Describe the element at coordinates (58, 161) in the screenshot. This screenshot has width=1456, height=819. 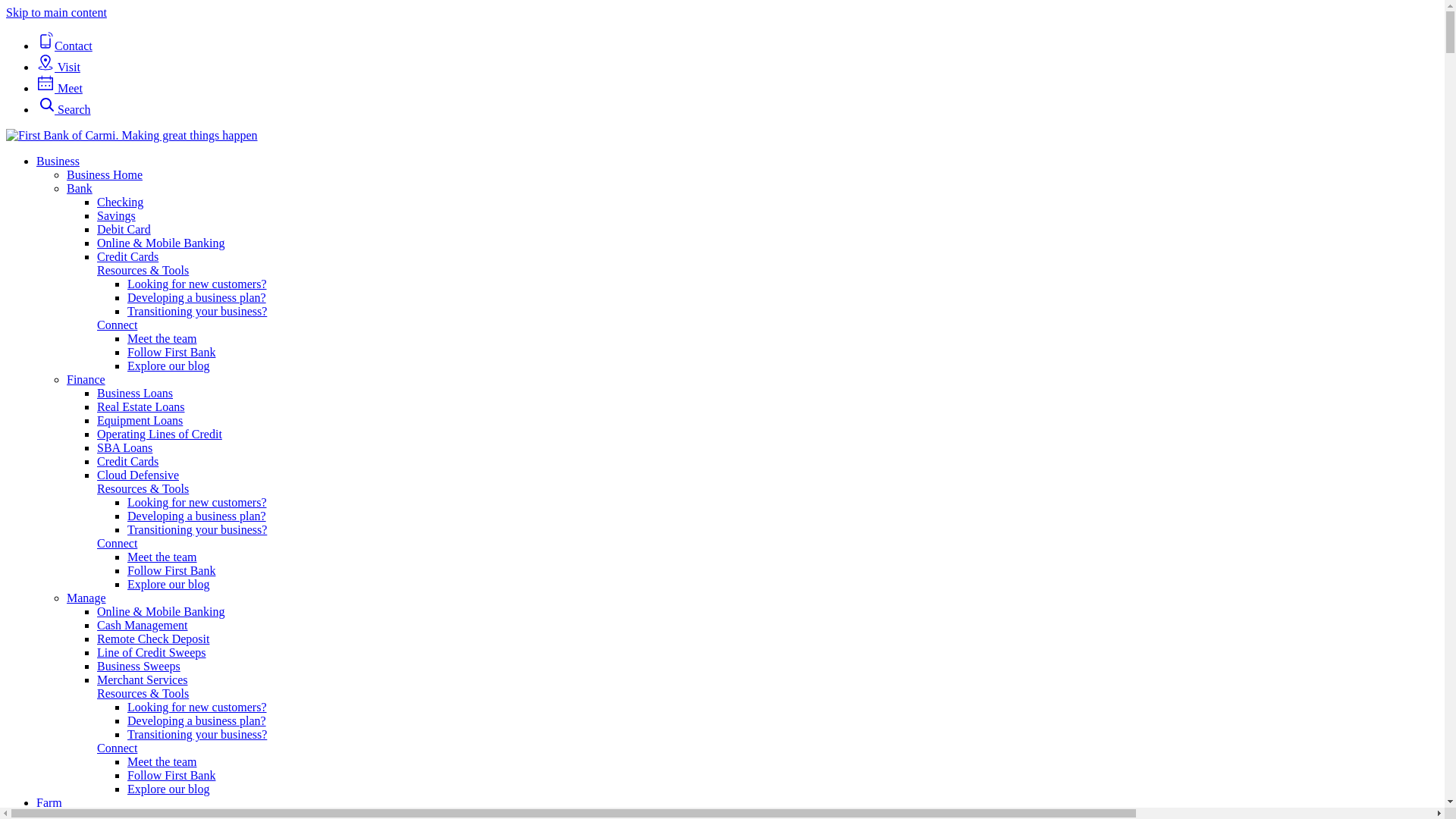
I see `'Business'` at that location.